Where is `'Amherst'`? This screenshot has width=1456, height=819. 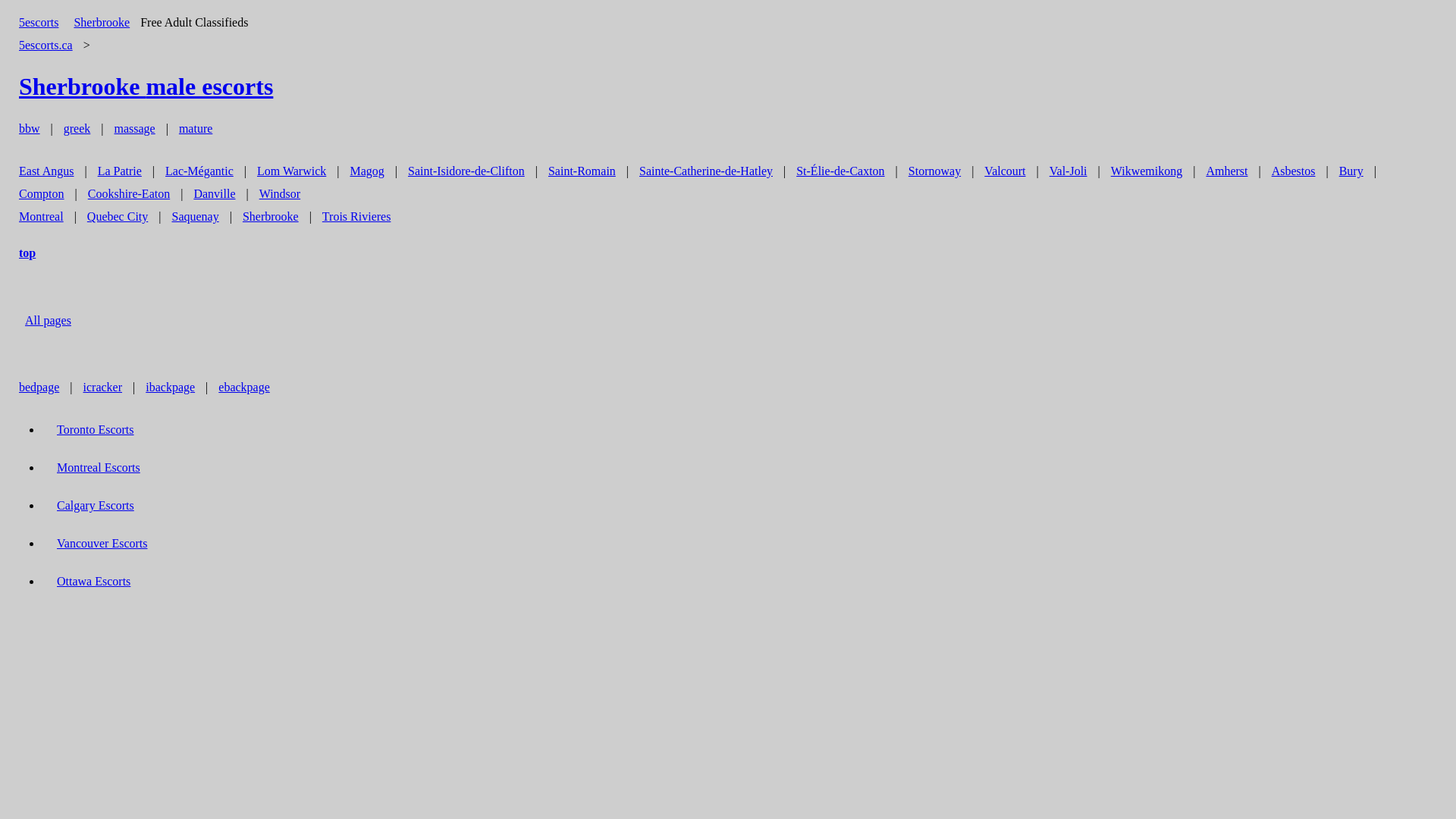 'Amherst' is located at coordinates (1226, 171).